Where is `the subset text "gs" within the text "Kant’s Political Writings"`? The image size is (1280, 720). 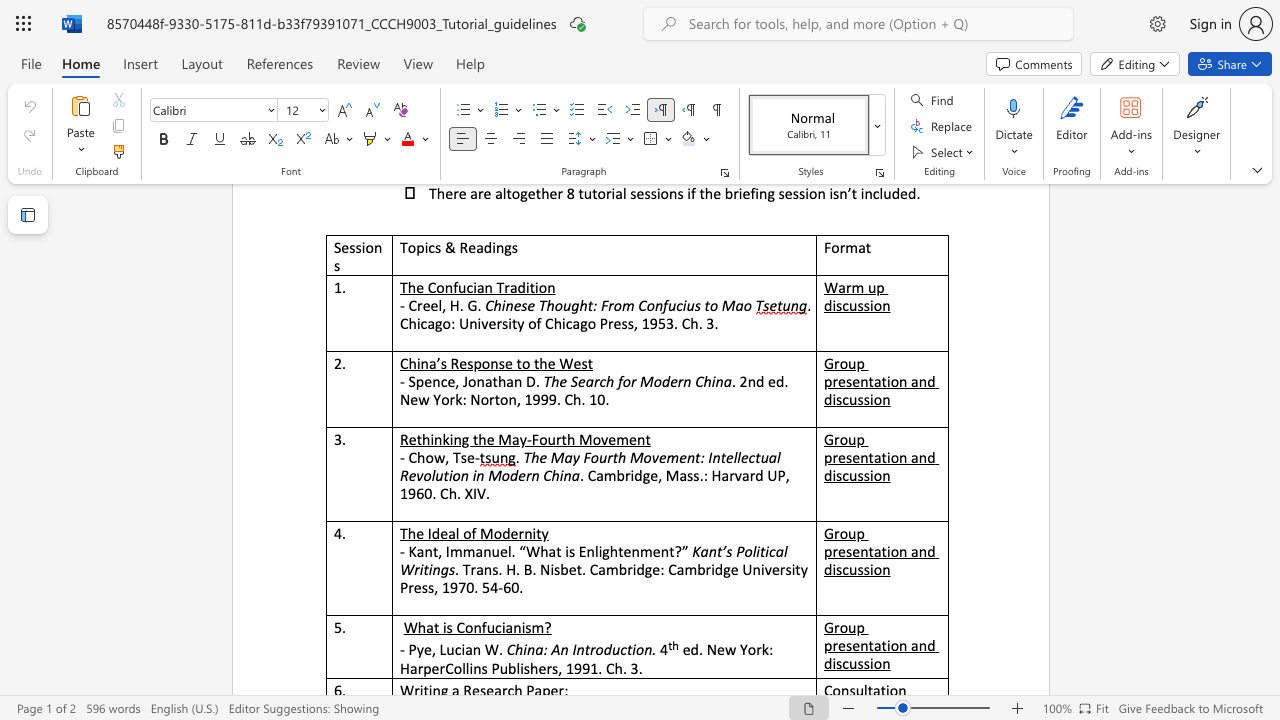
the subset text "gs" within the text "Kant’s Political Writings" is located at coordinates (439, 569).